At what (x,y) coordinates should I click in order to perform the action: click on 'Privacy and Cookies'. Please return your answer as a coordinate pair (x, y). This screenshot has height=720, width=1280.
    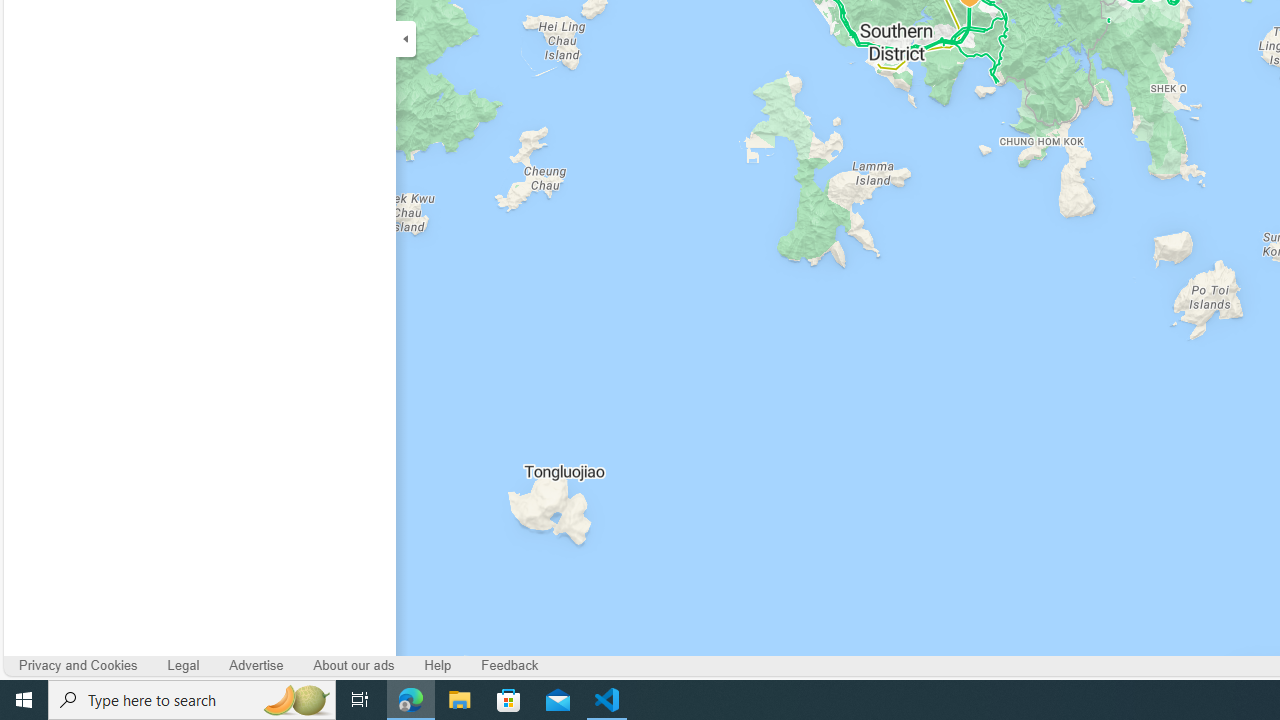
    Looking at the image, I should click on (78, 665).